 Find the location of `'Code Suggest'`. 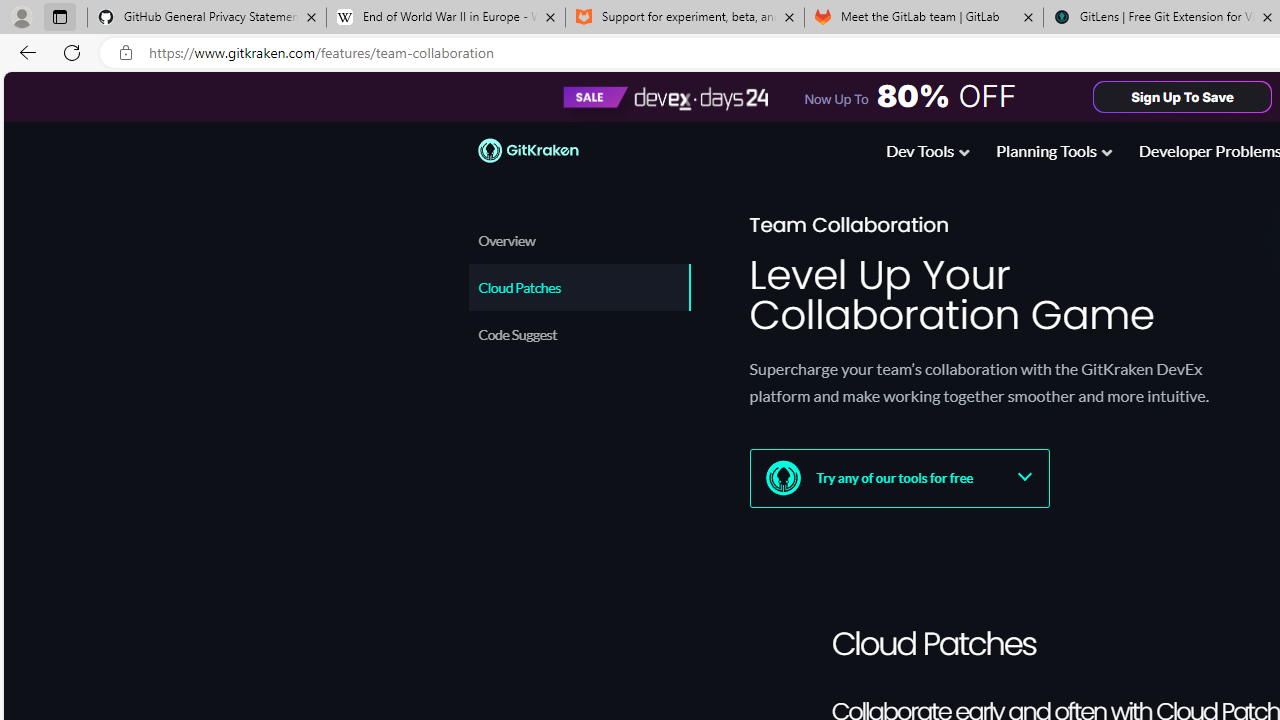

'Code Suggest' is located at coordinates (576, 333).